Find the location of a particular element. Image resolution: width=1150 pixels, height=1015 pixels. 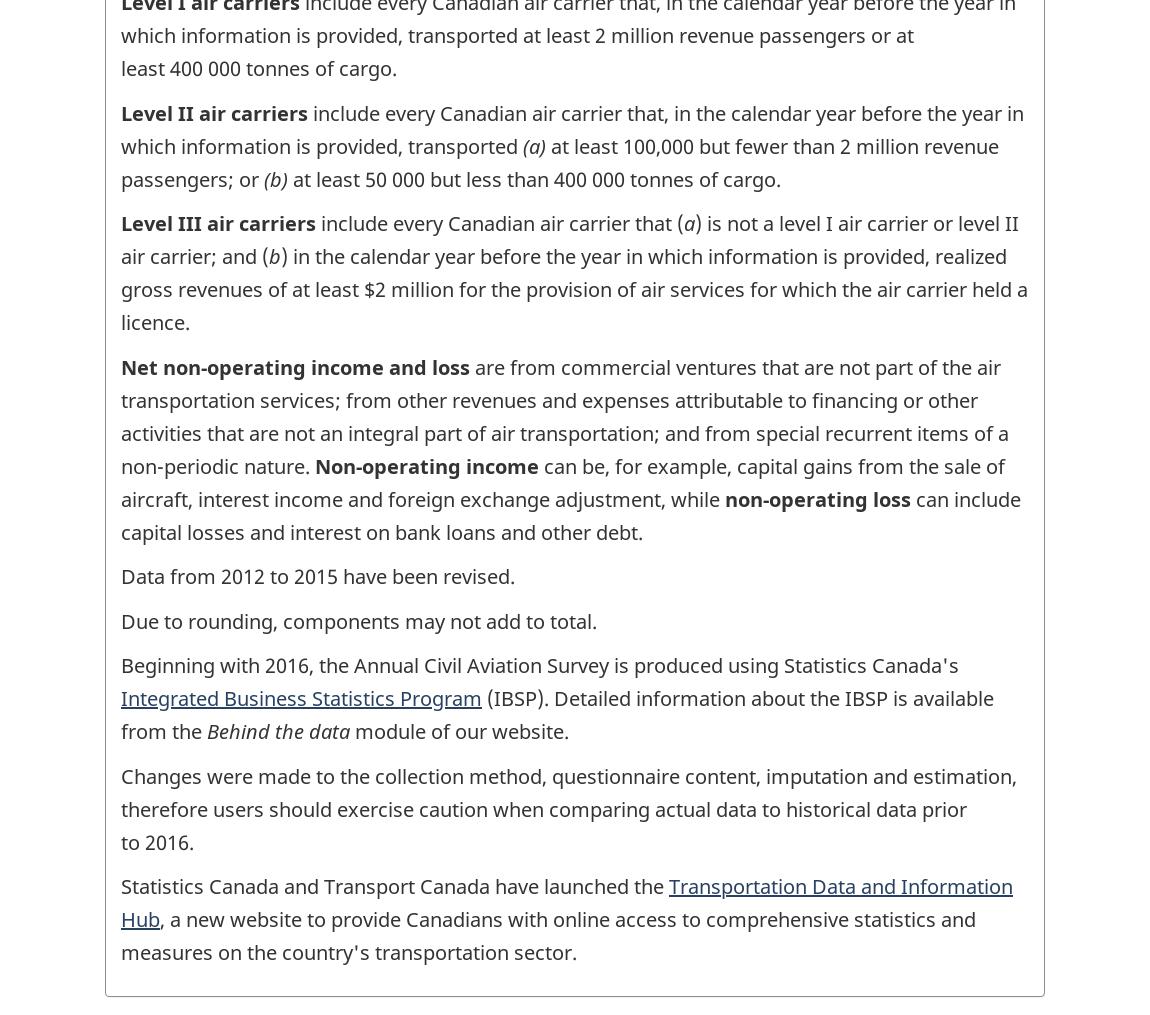

') is not a level I air carrier or level II air carrier; and (' is located at coordinates (570, 240).